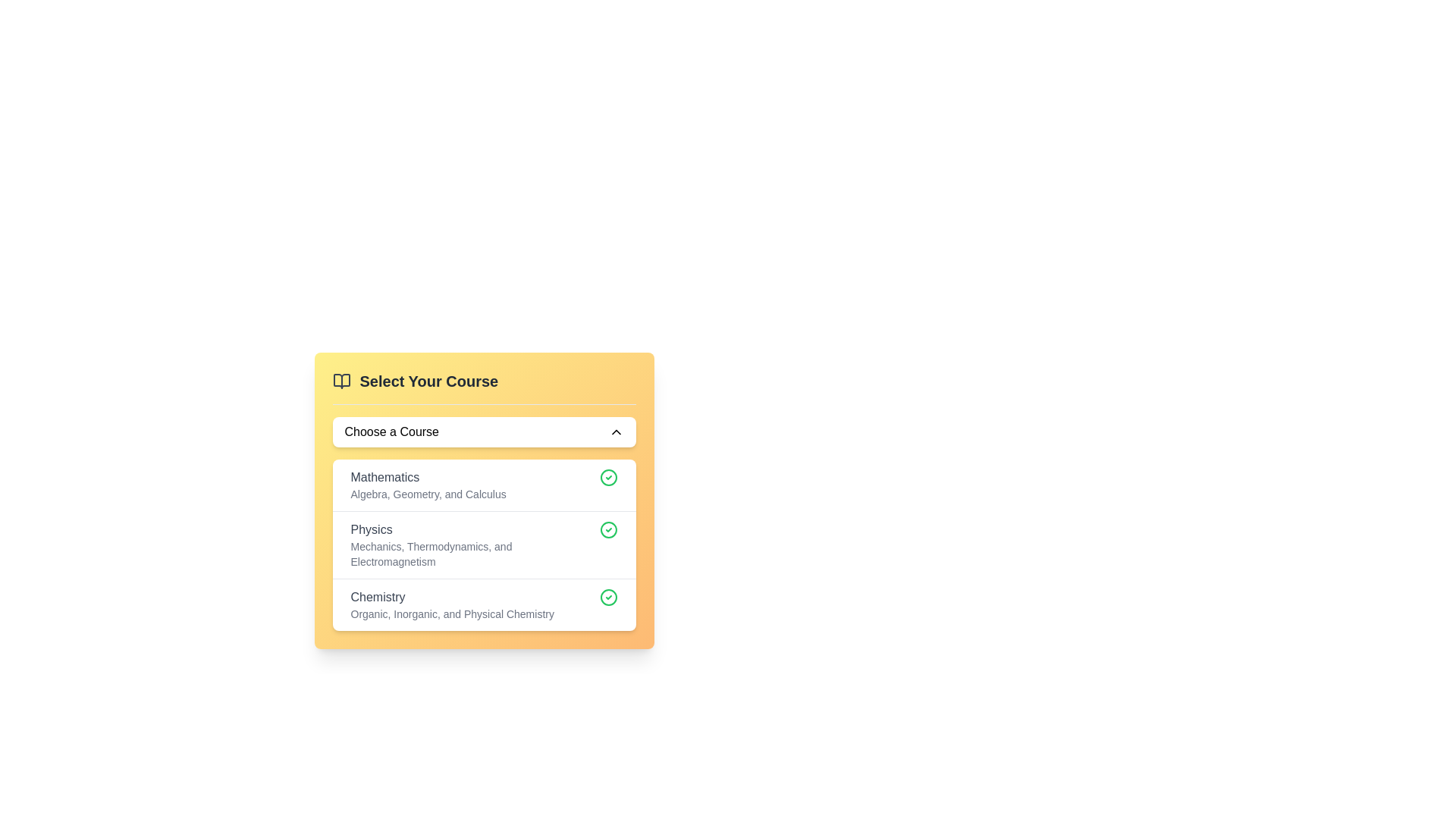  Describe the element at coordinates (483, 485) in the screenshot. I see `the interactive list item displaying the heading 'Mathematics'` at that location.